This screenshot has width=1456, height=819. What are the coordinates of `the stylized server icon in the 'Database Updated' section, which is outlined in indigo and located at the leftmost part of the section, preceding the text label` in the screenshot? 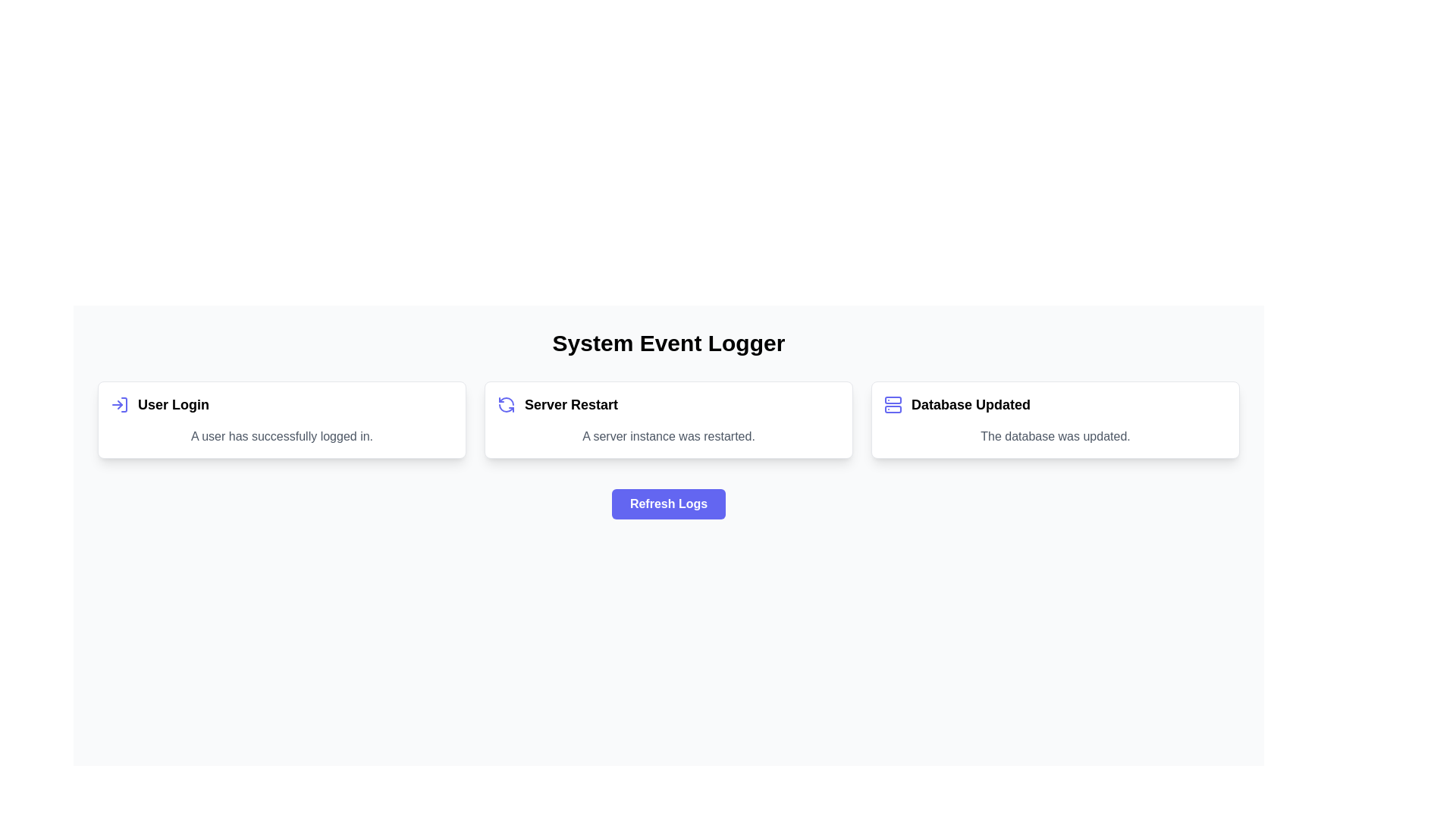 It's located at (893, 403).